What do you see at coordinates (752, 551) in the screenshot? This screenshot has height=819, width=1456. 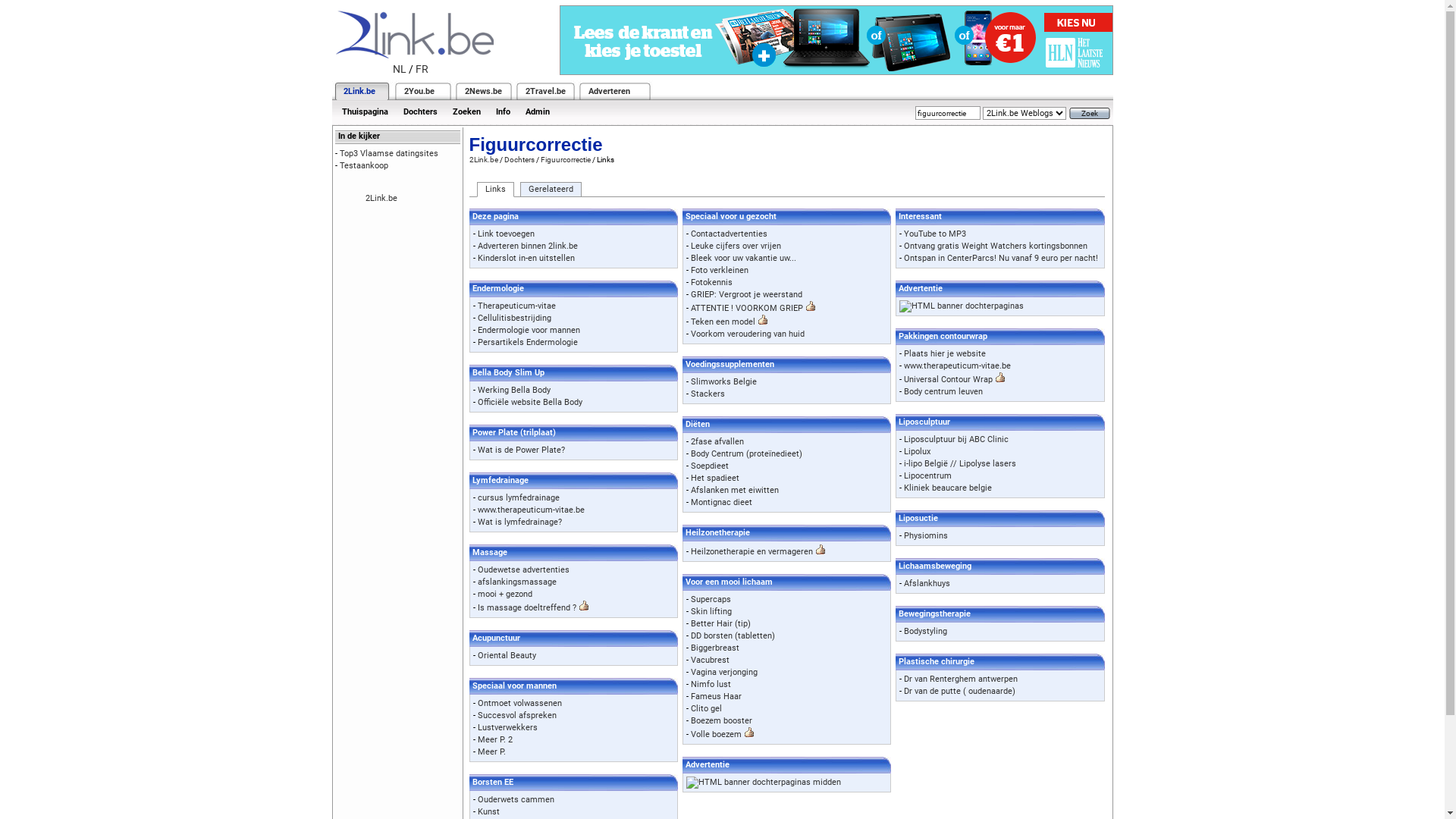 I see `'Heilzonetherapie en vermageren'` at bounding box center [752, 551].